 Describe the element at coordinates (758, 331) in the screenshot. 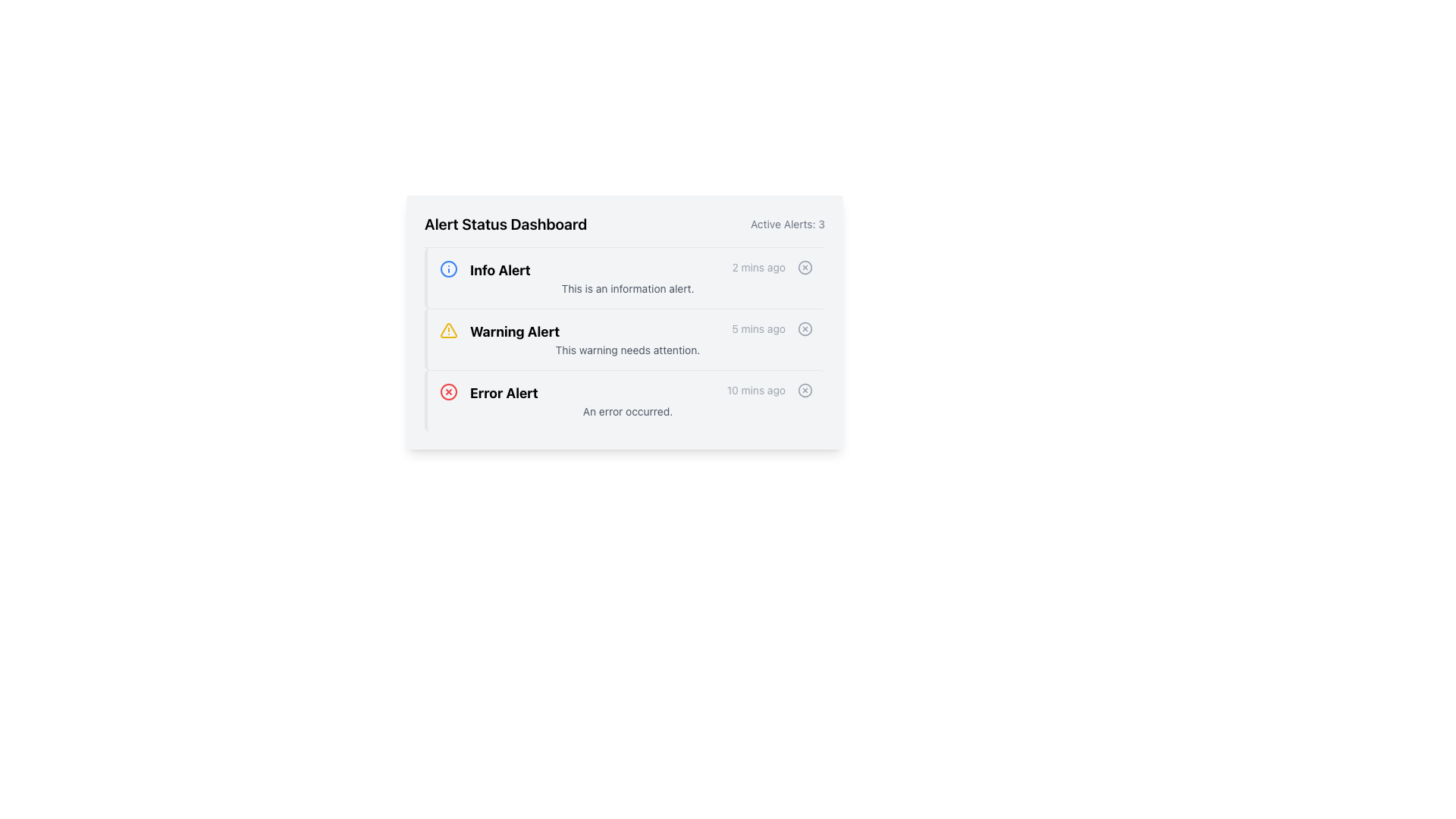

I see `the text displaying the elapsed time since the associated alert occurred, located near the upper-right corner of the row containing the 'Warning Alert' title on the dashboard` at that location.